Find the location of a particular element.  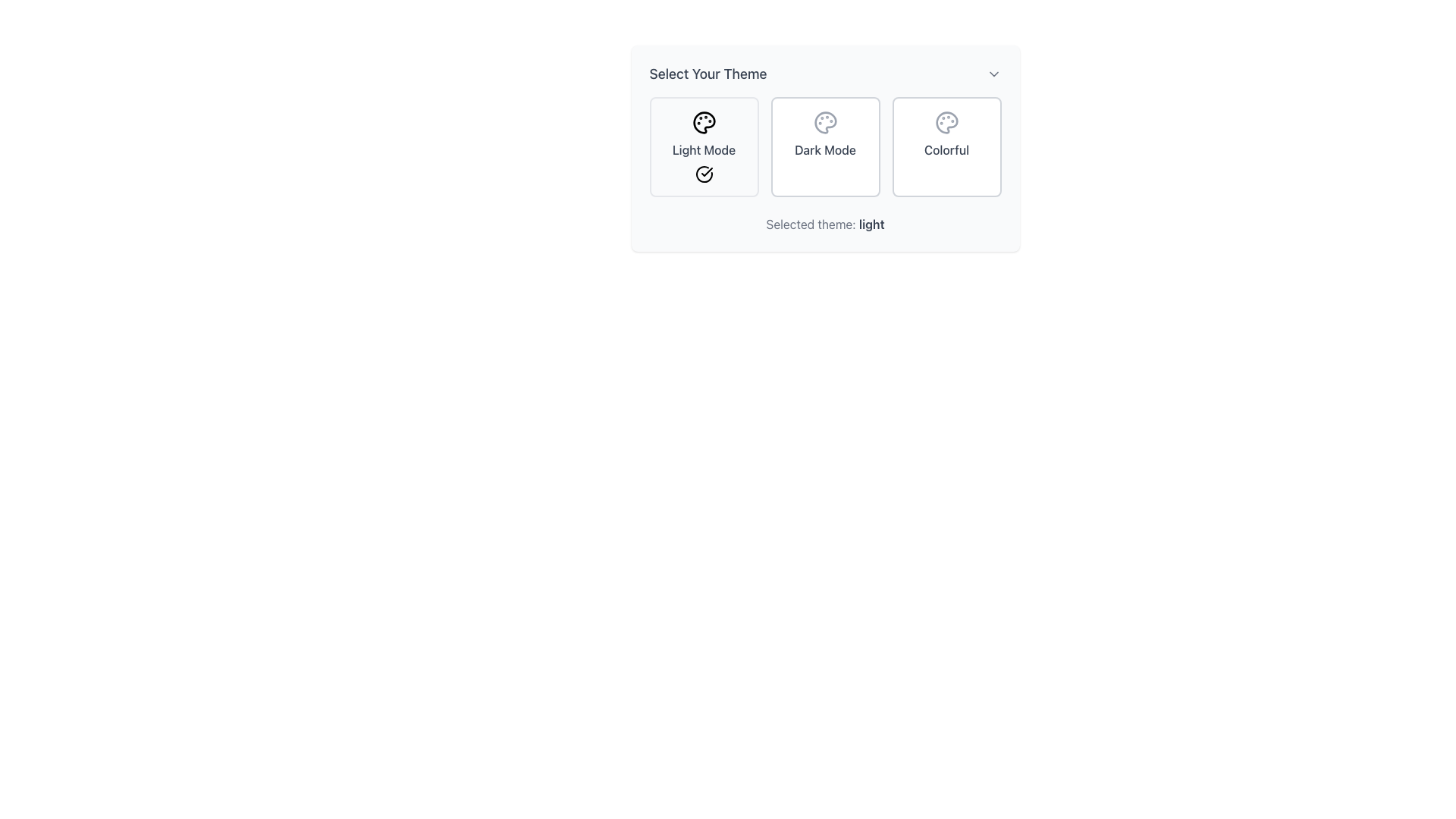

the 'Light Mode' text label, which is displayed in a medium-sized gray font within the theme selection interface, located at the bottom-center of the 'Light Mode' option card is located at coordinates (703, 149).